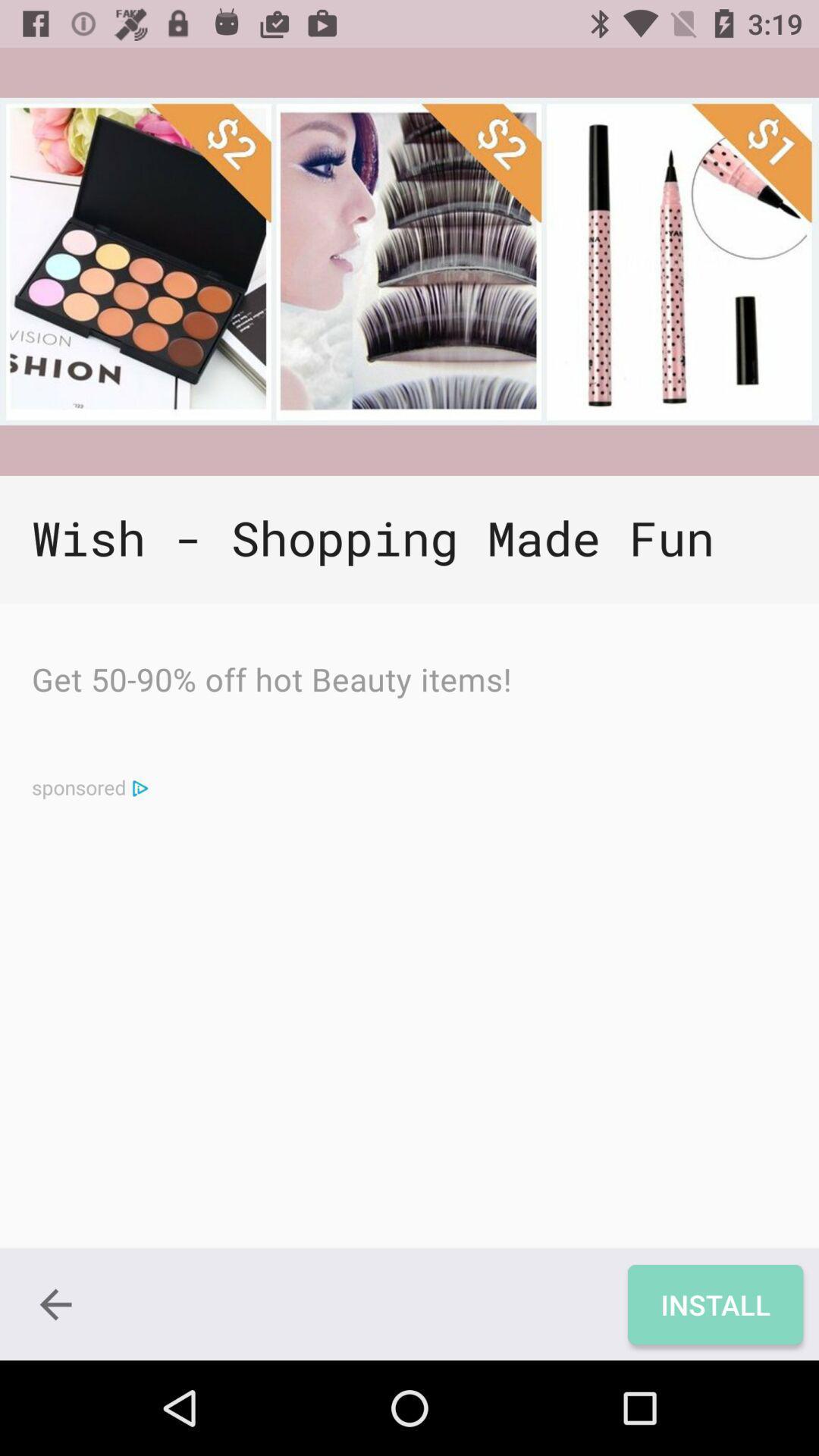  I want to click on wish shopping made, so click(409, 540).